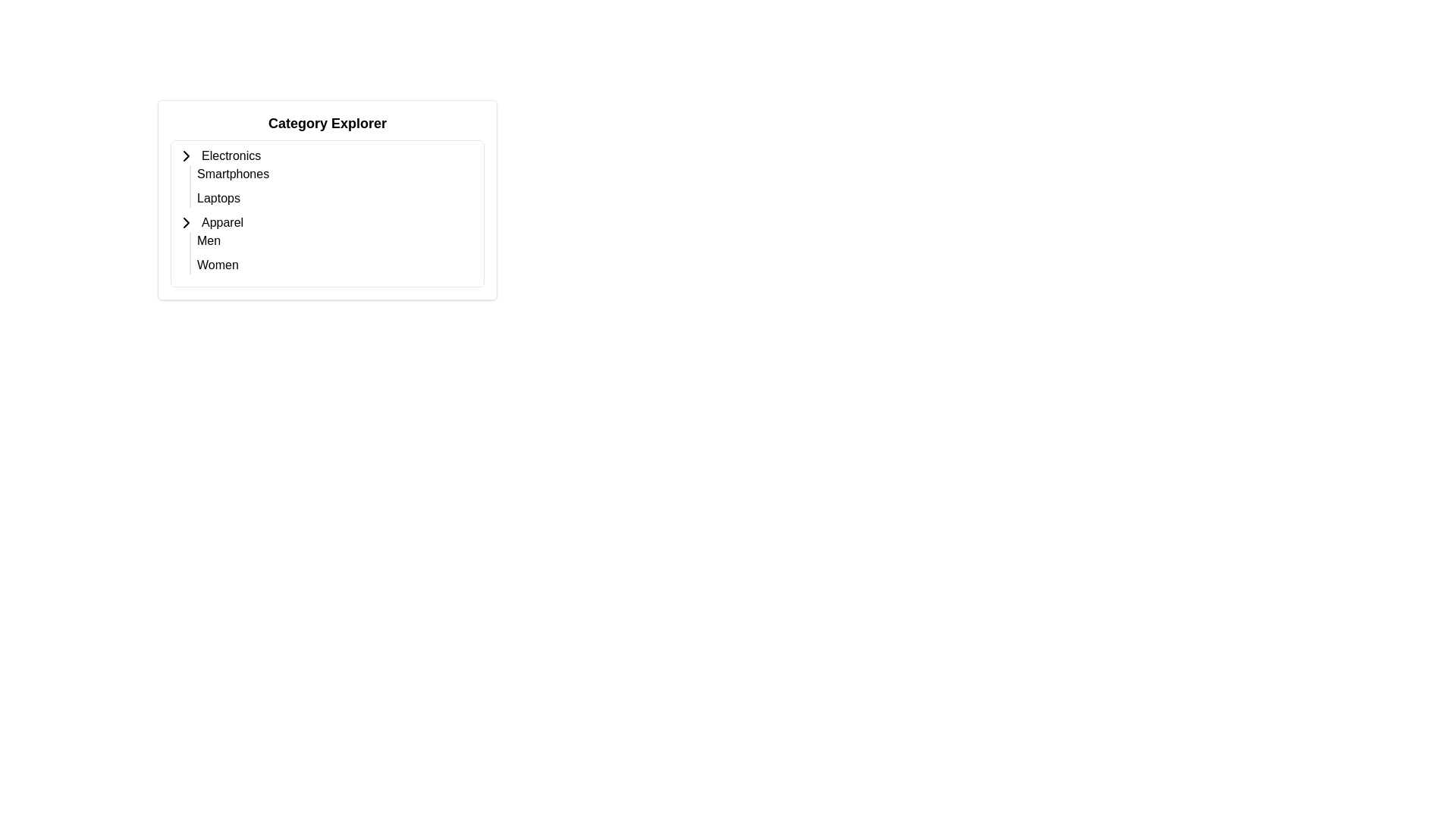 This screenshot has width=1456, height=819. I want to click on the text label reading 'Laptops', which is the third item under the 'Electronics' category in a nested list structure, so click(218, 198).